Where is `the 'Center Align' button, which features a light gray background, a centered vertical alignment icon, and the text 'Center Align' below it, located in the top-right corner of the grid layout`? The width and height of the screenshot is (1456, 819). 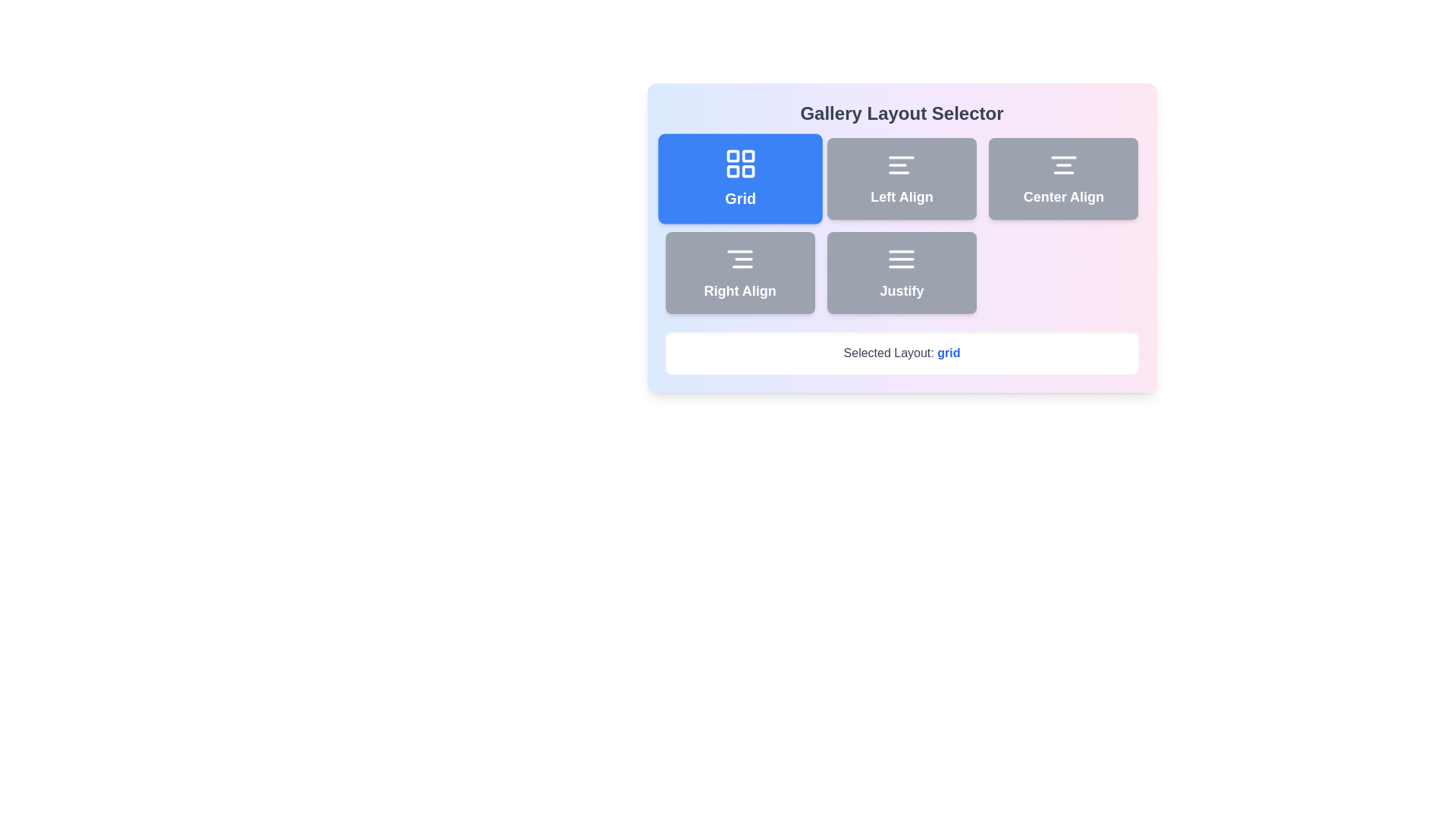
the 'Center Align' button, which features a light gray background, a centered vertical alignment icon, and the text 'Center Align' below it, located in the top-right corner of the grid layout is located at coordinates (1062, 177).